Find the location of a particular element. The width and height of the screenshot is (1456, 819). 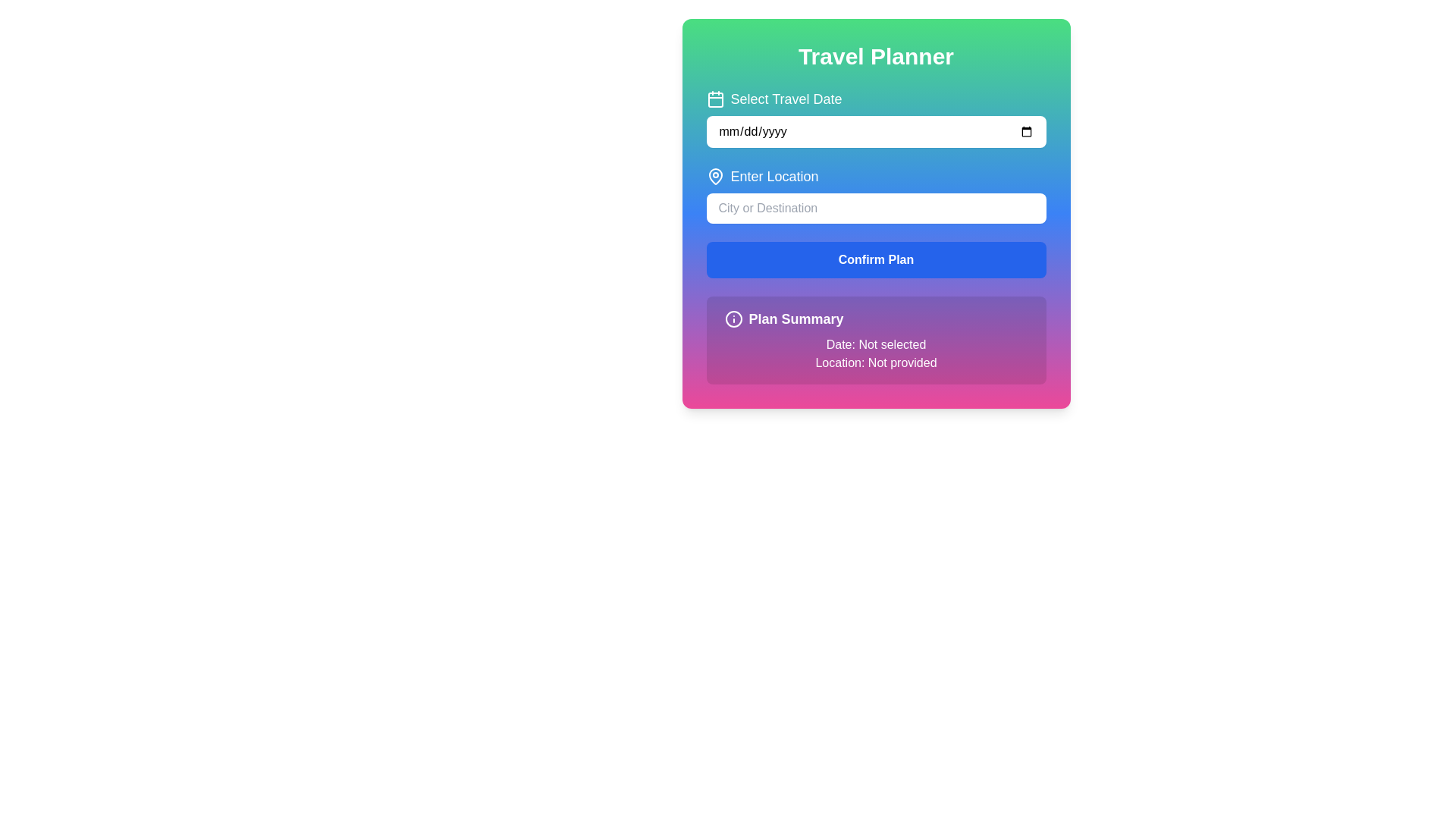

the map pin icon located to the left of the 'Enter Location' text, which serves as a visual cue for location input is located at coordinates (714, 175).